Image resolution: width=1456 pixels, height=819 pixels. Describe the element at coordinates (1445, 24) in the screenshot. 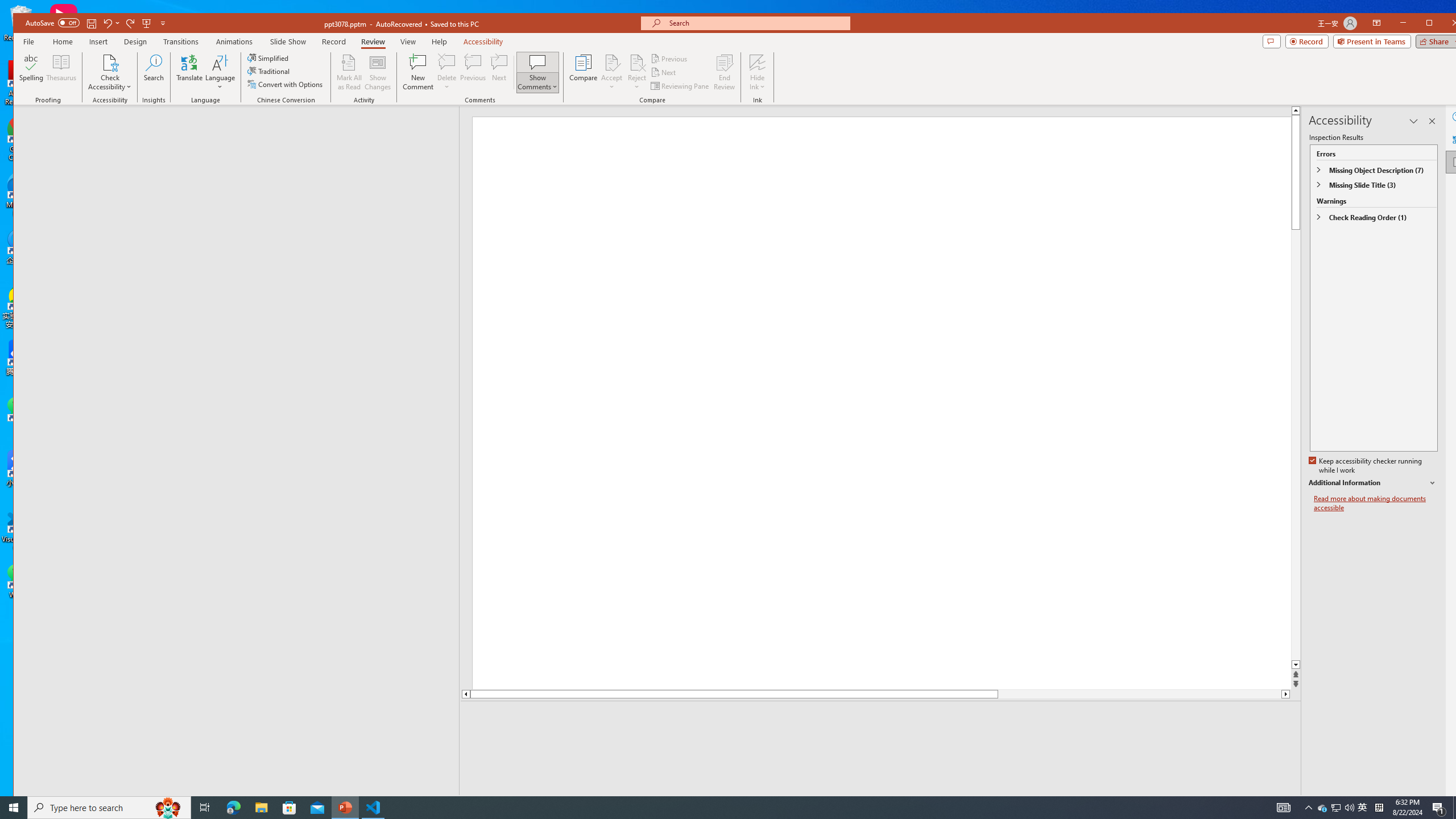

I see `'Maximize'` at that location.